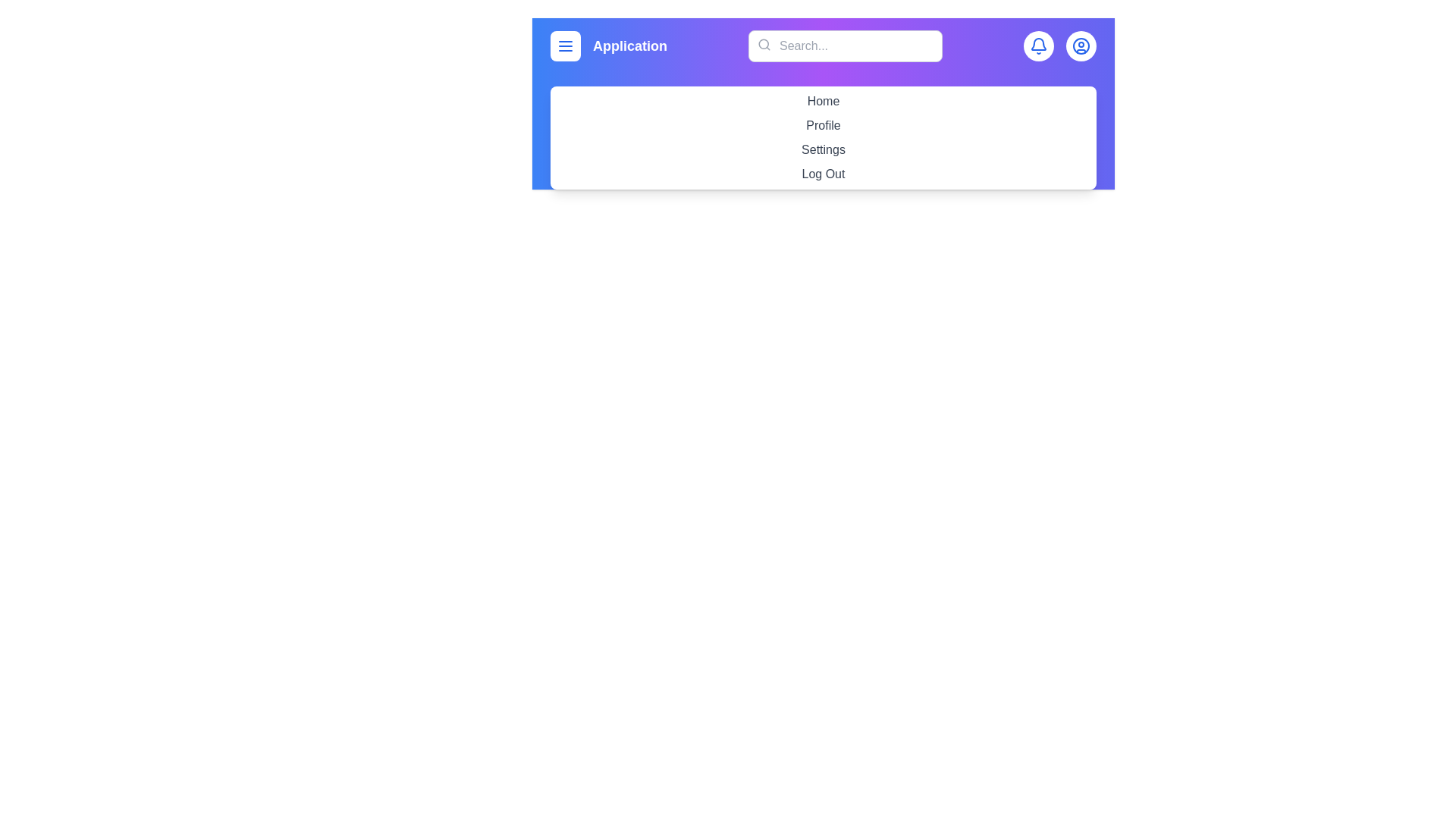  What do you see at coordinates (822, 149) in the screenshot?
I see `the menu item labeled Settings to navigate to its respective section` at bounding box center [822, 149].